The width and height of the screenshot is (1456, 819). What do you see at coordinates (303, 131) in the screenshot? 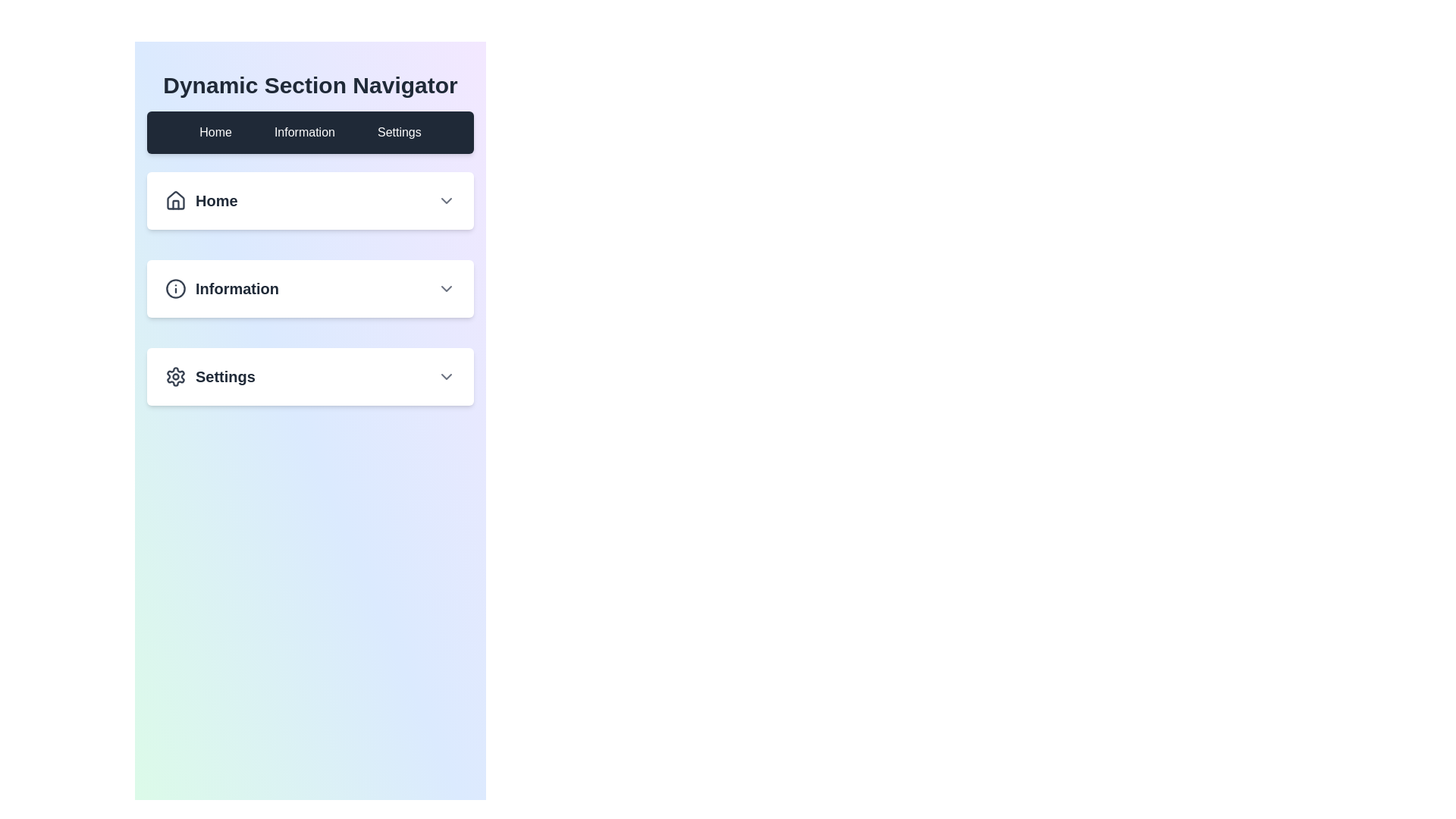
I see `the navigational button located between the 'Home' and 'Settings' buttons` at bounding box center [303, 131].